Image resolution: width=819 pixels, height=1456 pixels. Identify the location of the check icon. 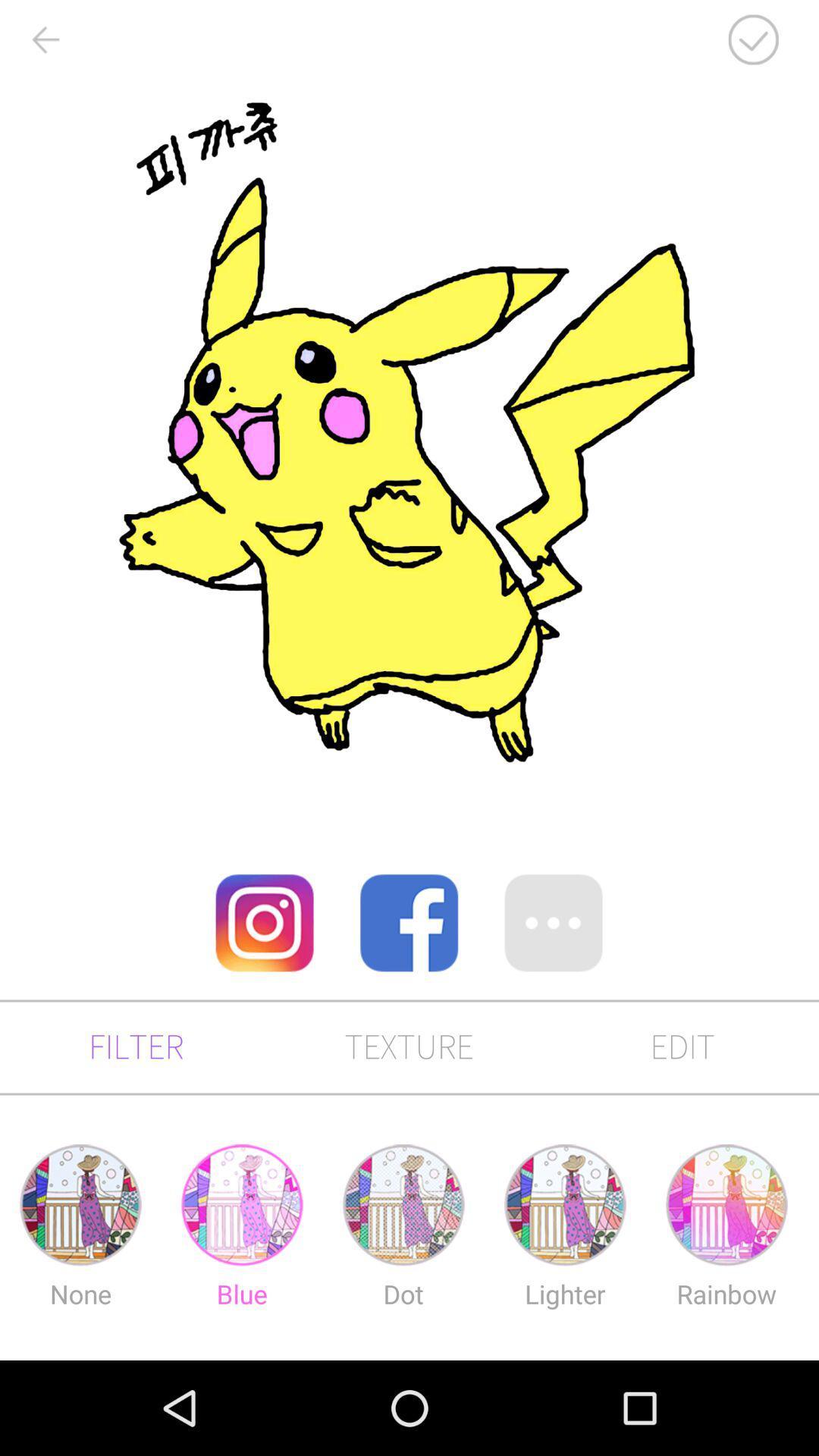
(753, 39).